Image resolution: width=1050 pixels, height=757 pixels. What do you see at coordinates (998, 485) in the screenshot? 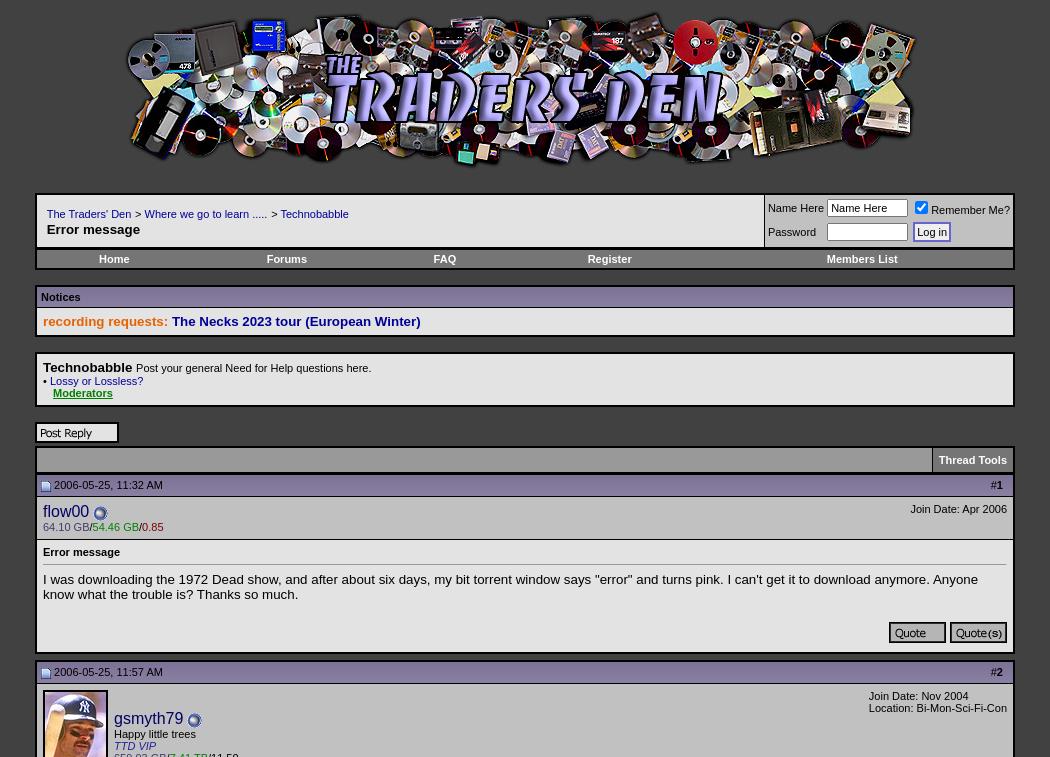
I see `'1'` at bounding box center [998, 485].